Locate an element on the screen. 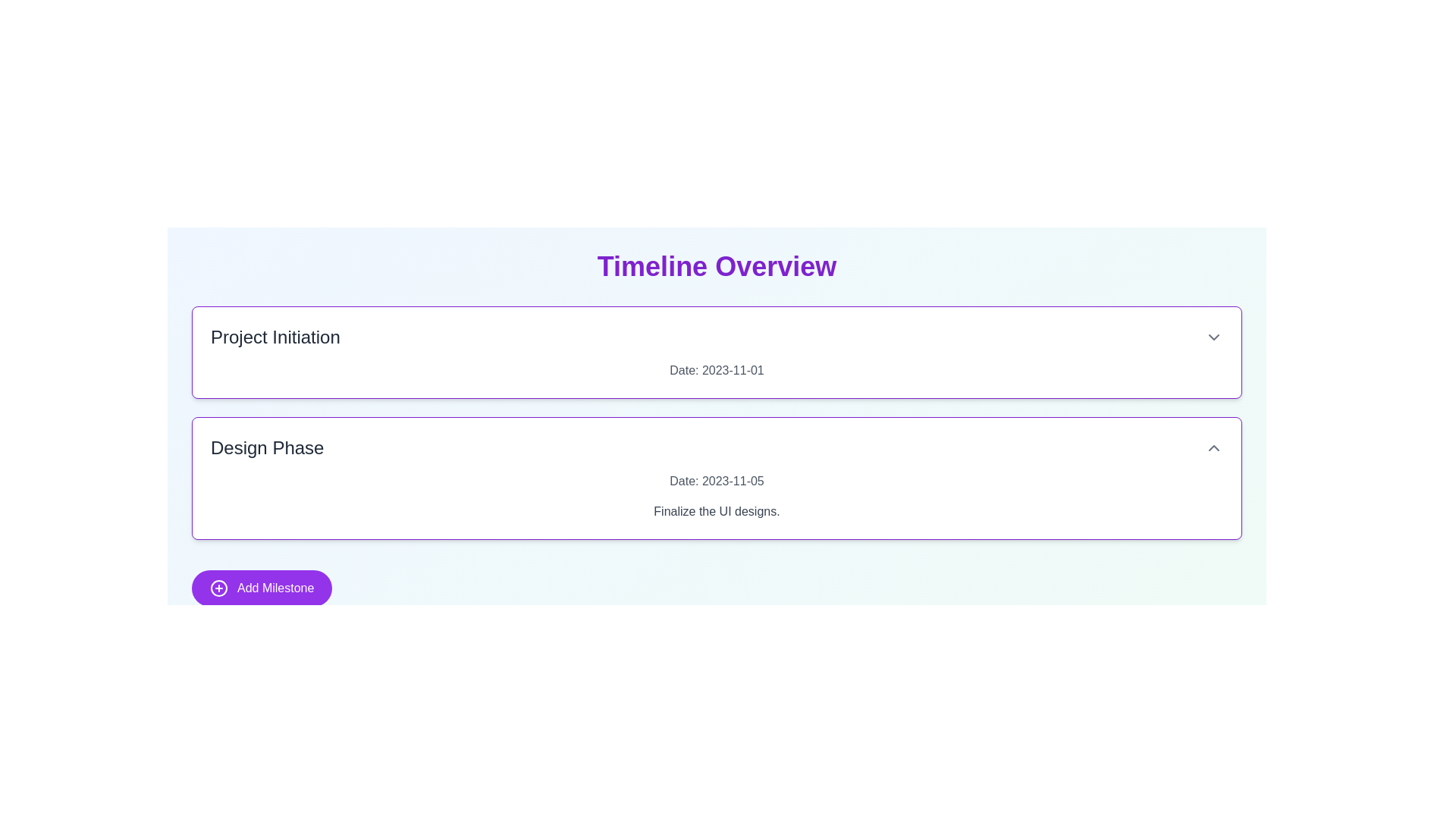 This screenshot has height=819, width=1456. the text element displaying 'Finalize the UI designs.' located at the bottom of the 'Design Phase' section is located at coordinates (716, 512).